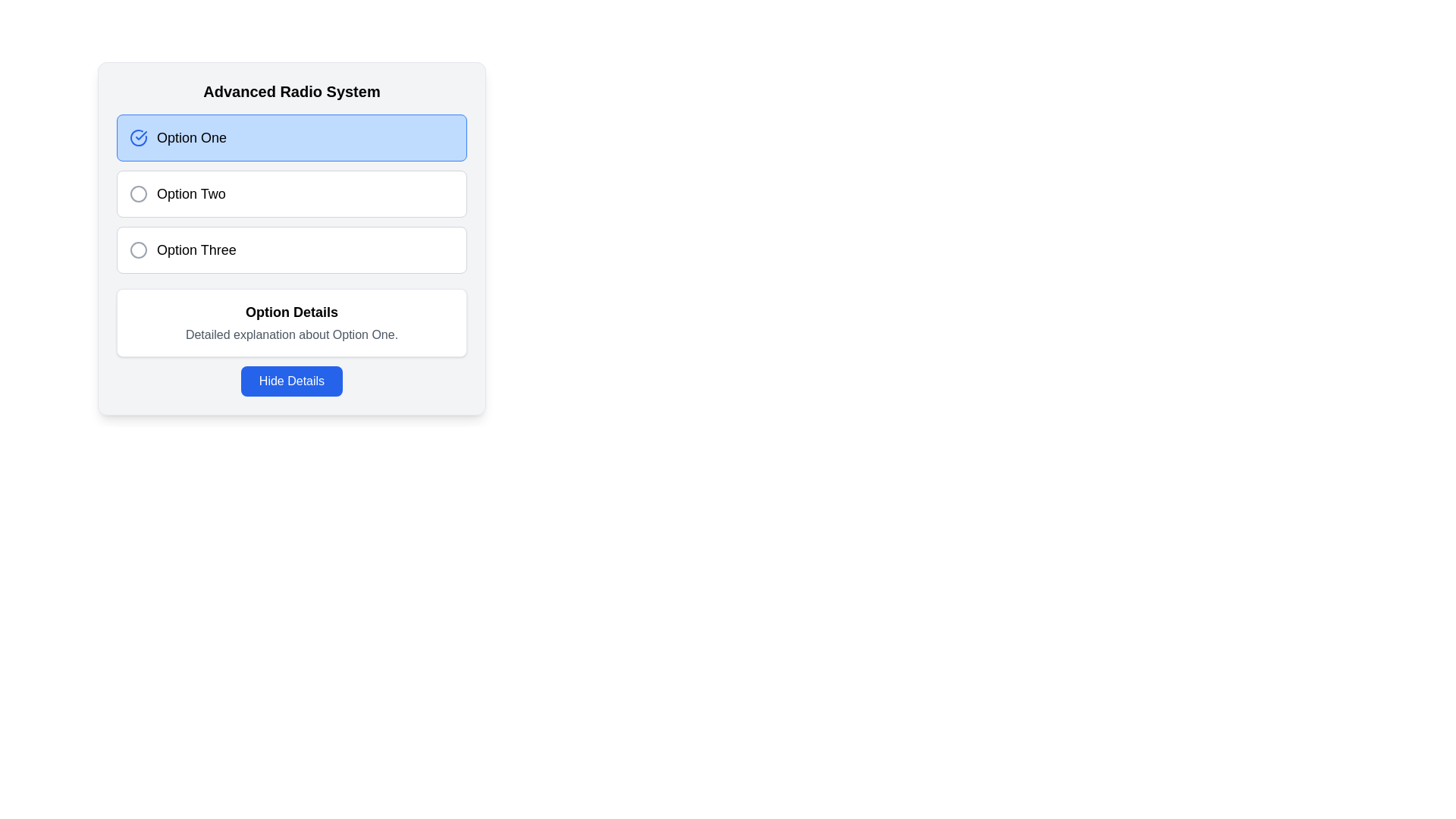 Image resolution: width=1456 pixels, height=819 pixels. What do you see at coordinates (191, 137) in the screenshot?
I see `the text label that identifies the first radio option in the vertical group of selection options, which is positioned centrally within the interface` at bounding box center [191, 137].